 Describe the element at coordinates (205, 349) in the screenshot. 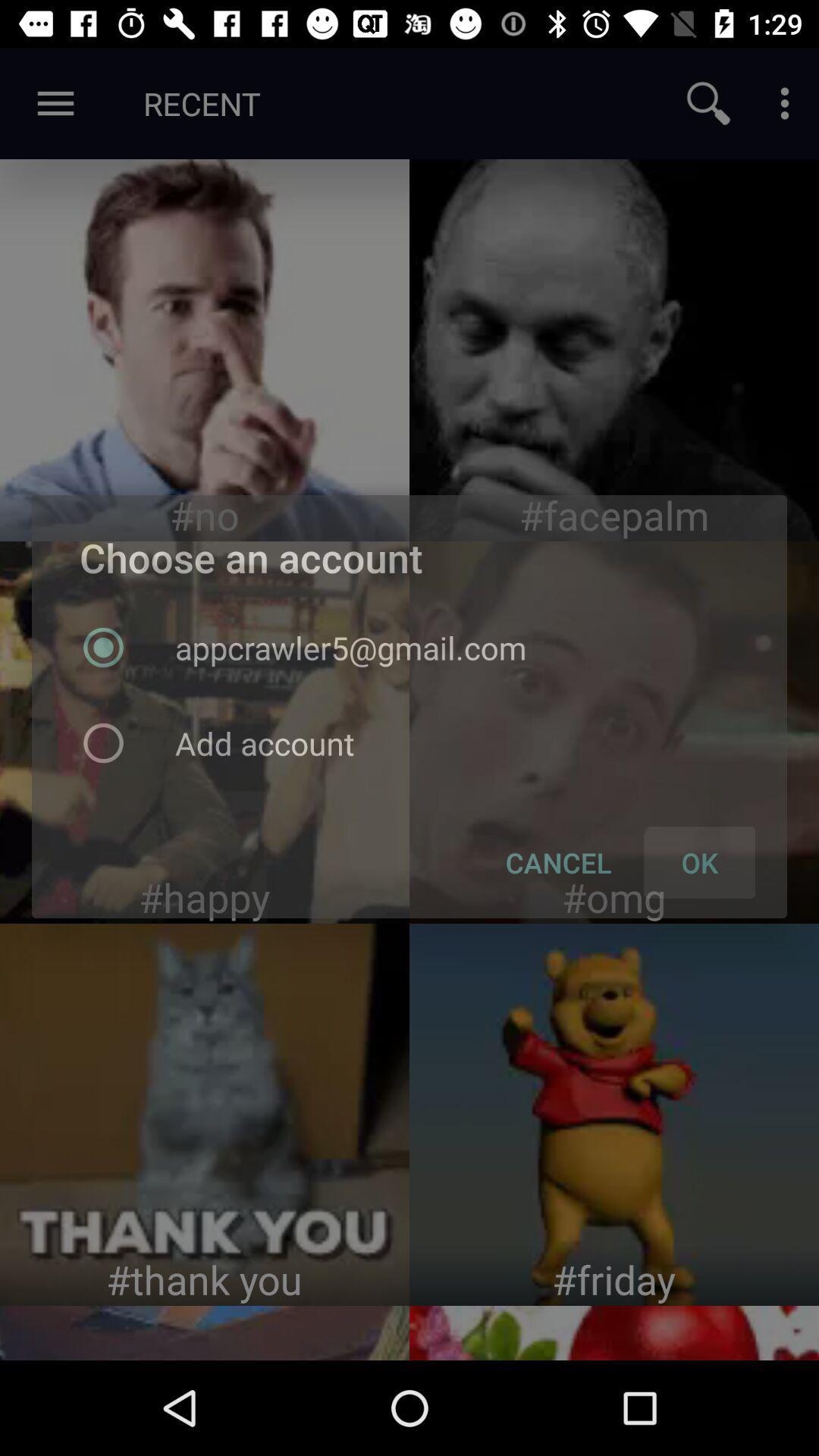

I see `no` at that location.